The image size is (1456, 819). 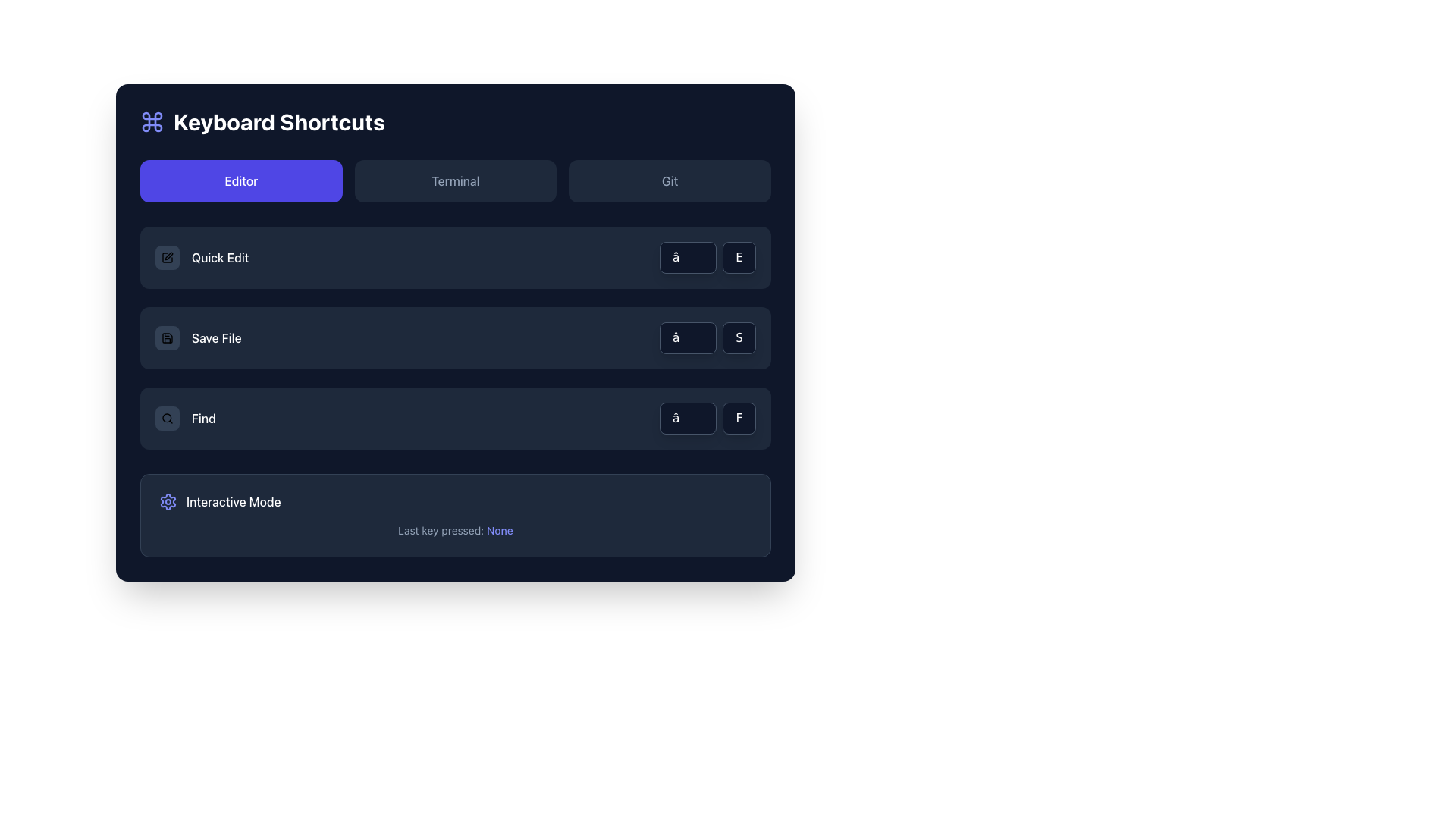 I want to click on the 'Find' icon located in the third row of the keyboard shortcut list, which visually represents the 'Find' functionality, so click(x=167, y=418).